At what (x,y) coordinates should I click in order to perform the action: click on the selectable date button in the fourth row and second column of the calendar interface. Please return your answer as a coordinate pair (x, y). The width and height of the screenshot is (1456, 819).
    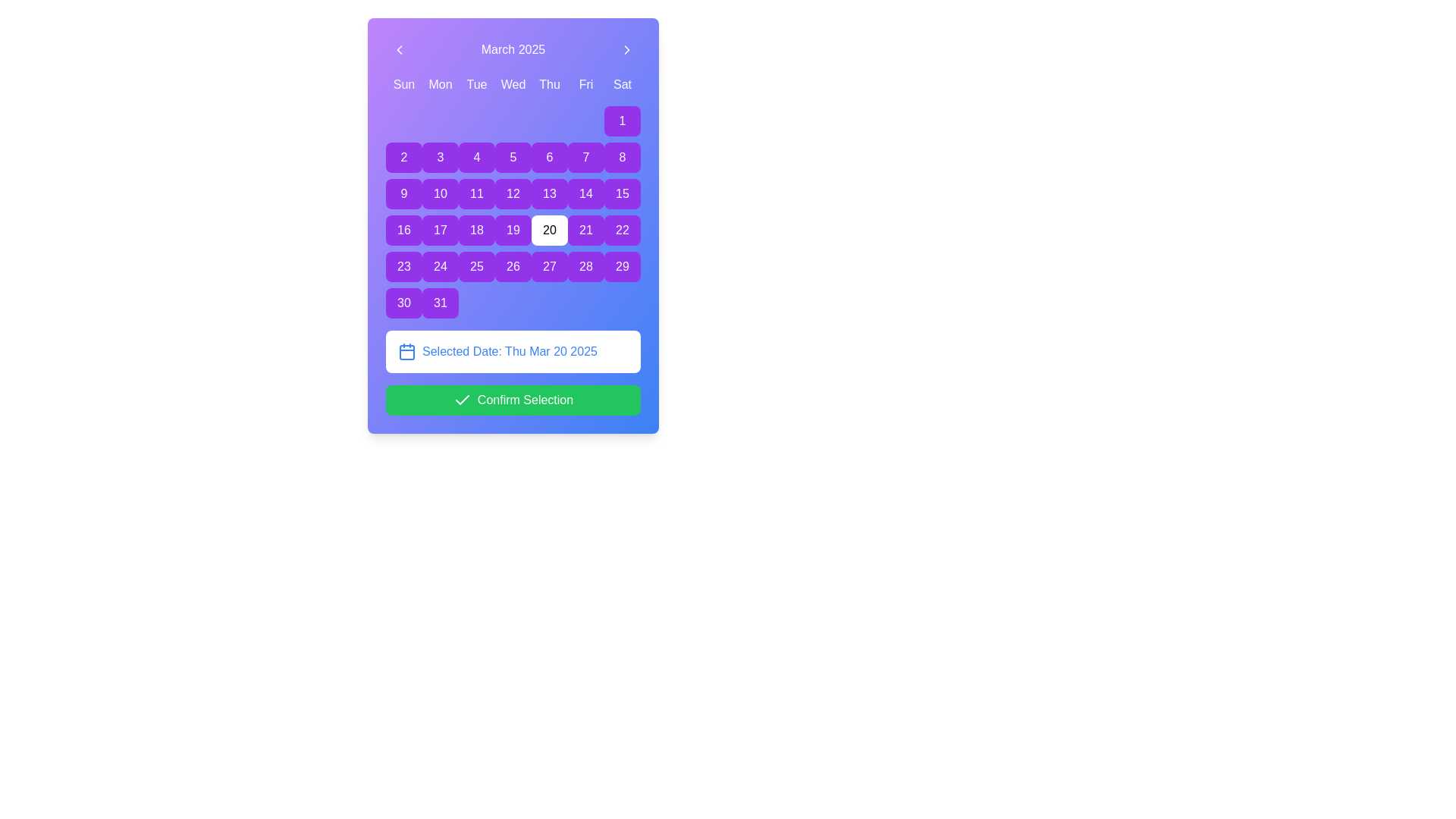
    Looking at the image, I should click on (439, 265).